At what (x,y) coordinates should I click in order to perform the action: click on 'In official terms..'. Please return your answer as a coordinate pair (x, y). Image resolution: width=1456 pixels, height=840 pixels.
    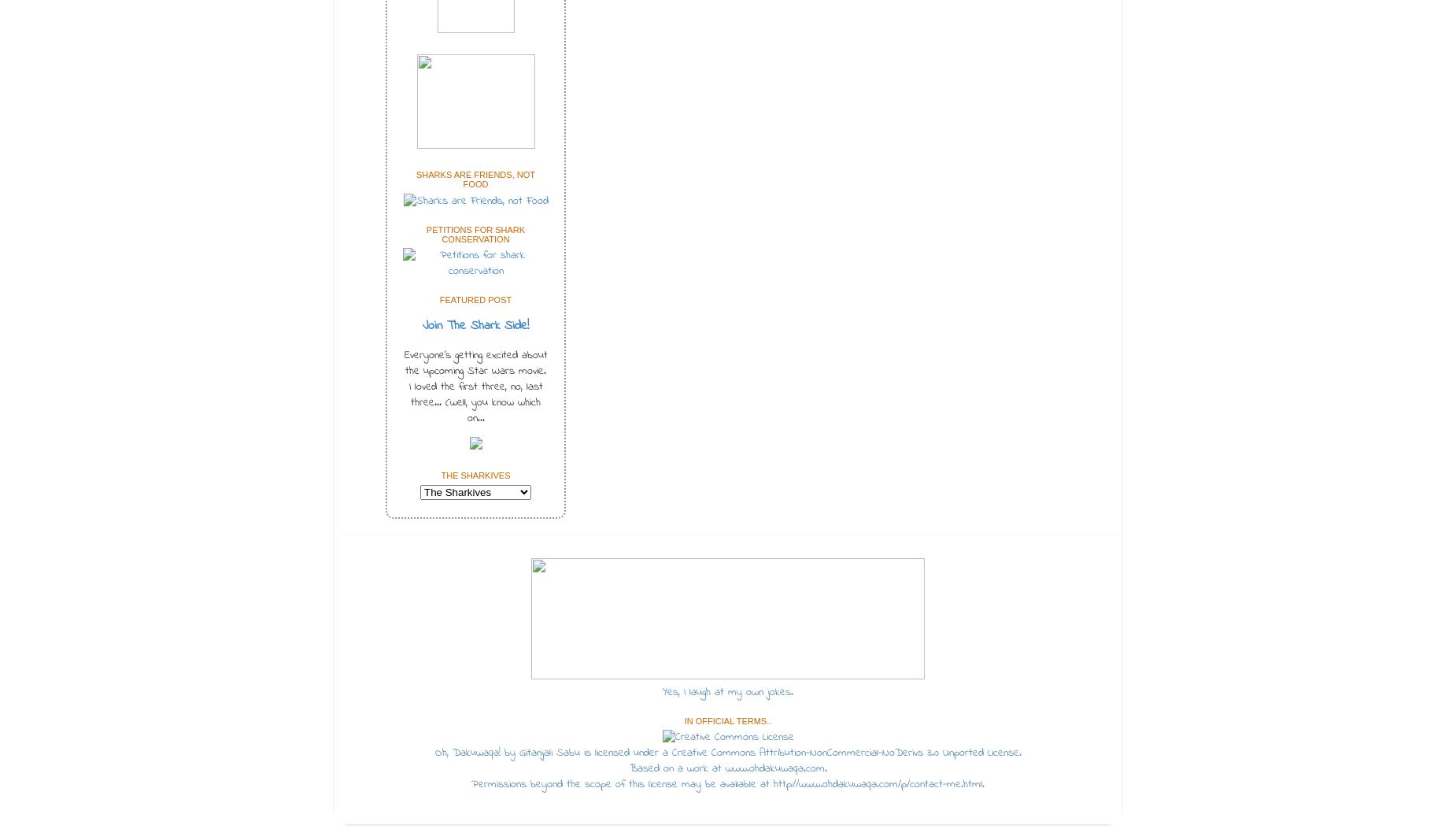
    Looking at the image, I should click on (727, 720).